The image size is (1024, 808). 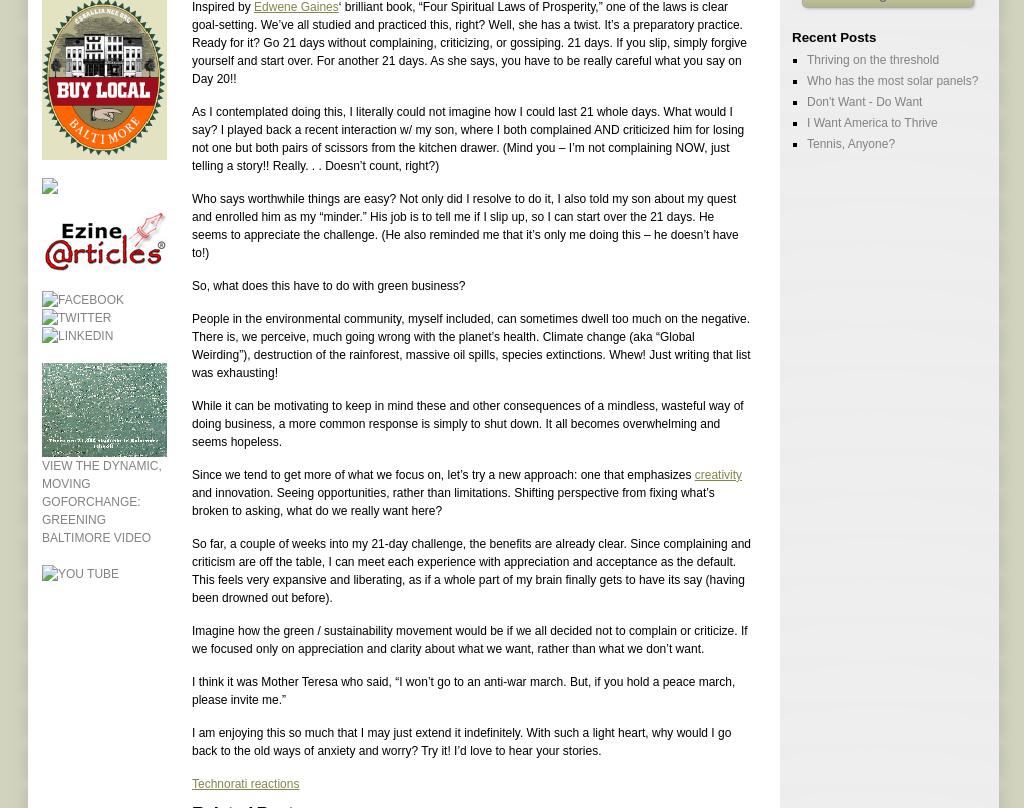 What do you see at coordinates (467, 137) in the screenshot?
I see `'As I contemplated doing this, I literally could not imagine how I could last 21 whole days. What would I say? I played back a recent interaction w/ my son, where I both complained AND criticized him for losing not one but both pairs of scissors from the kitchen drawer. (Mind you – I’m not complaining NOW, just telling a story!! Really. . . Doesn’t count, right?)'` at bounding box center [467, 137].